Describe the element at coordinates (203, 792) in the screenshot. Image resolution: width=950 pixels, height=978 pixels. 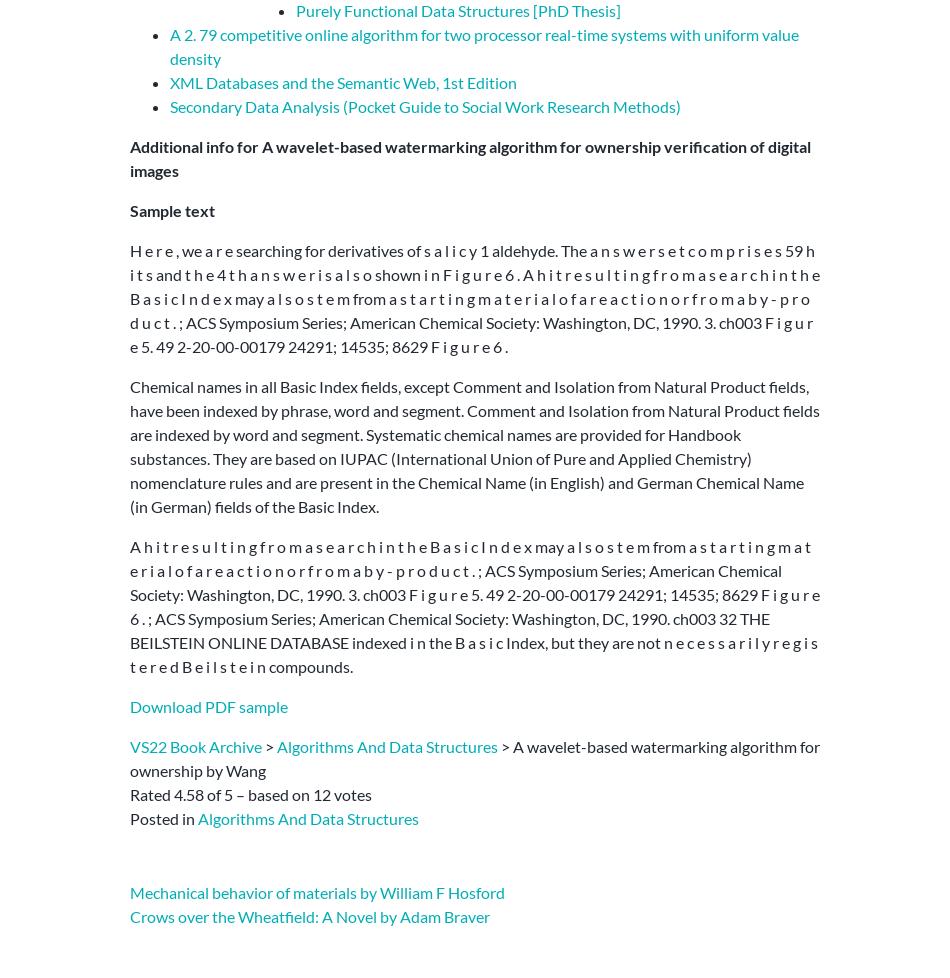
I see `'of'` at that location.